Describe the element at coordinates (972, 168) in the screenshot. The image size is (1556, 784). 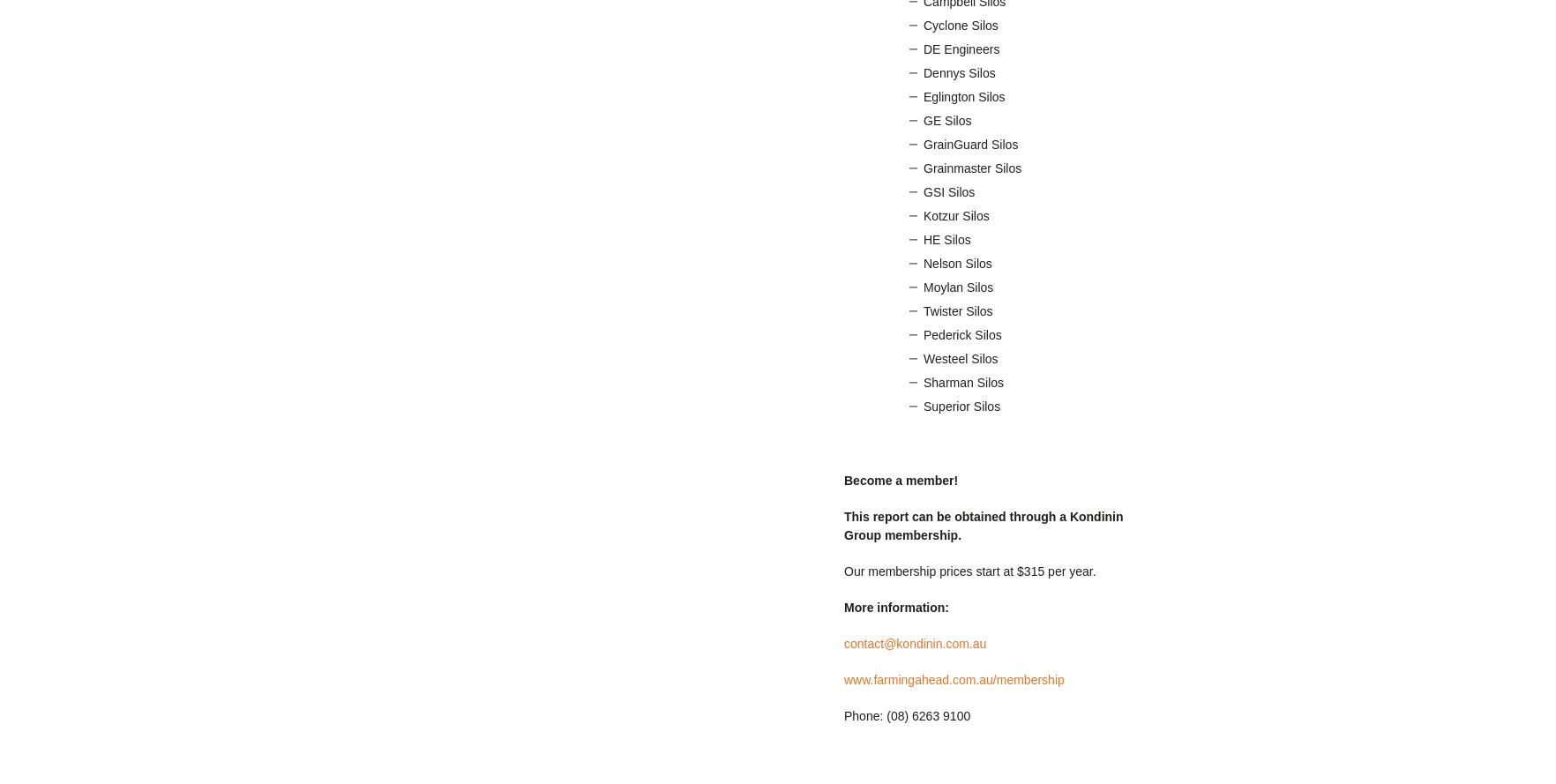
I see `'Grainmaster Silos'` at that location.